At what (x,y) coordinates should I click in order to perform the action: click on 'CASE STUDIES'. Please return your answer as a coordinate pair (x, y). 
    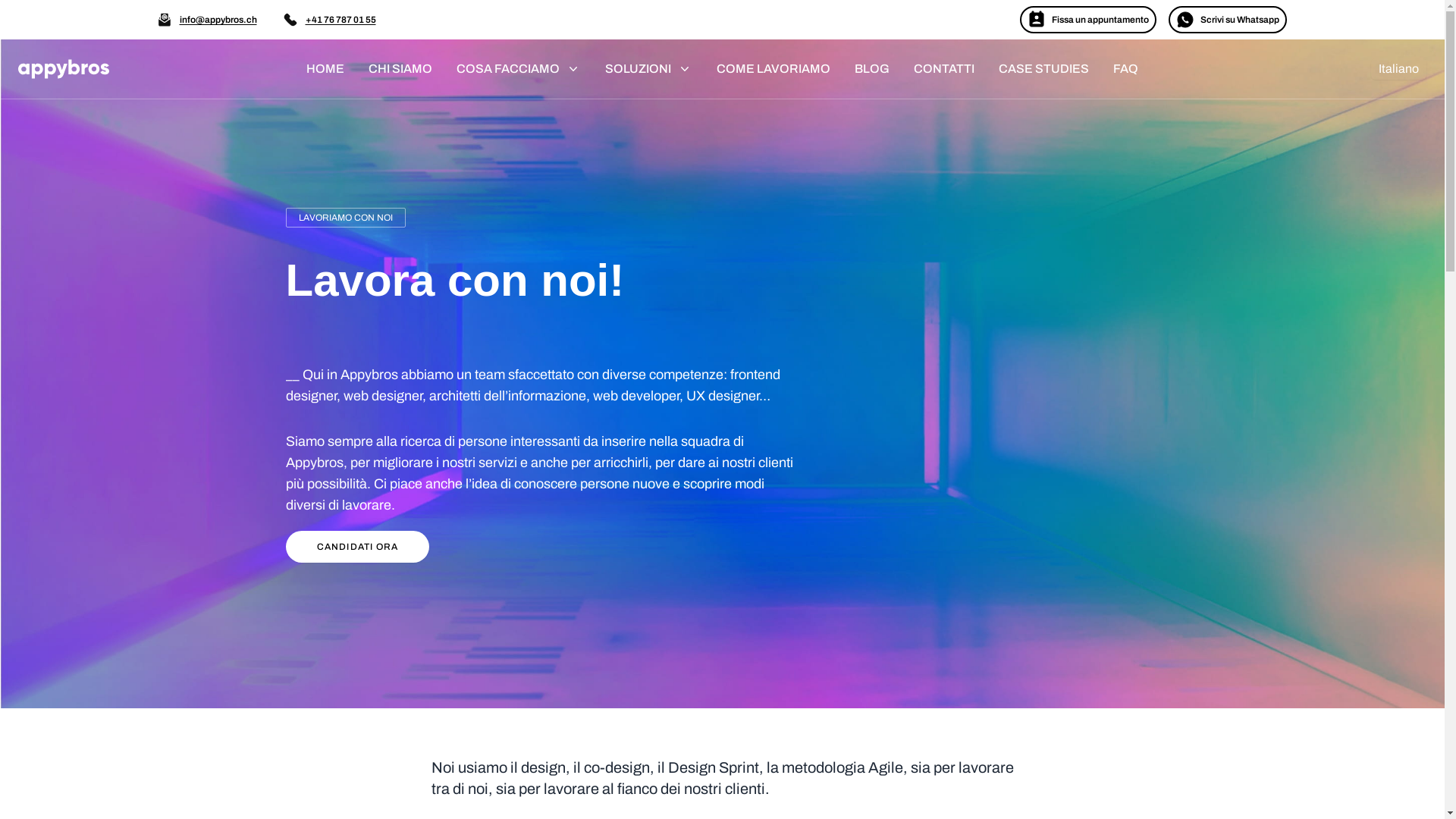
    Looking at the image, I should click on (1043, 69).